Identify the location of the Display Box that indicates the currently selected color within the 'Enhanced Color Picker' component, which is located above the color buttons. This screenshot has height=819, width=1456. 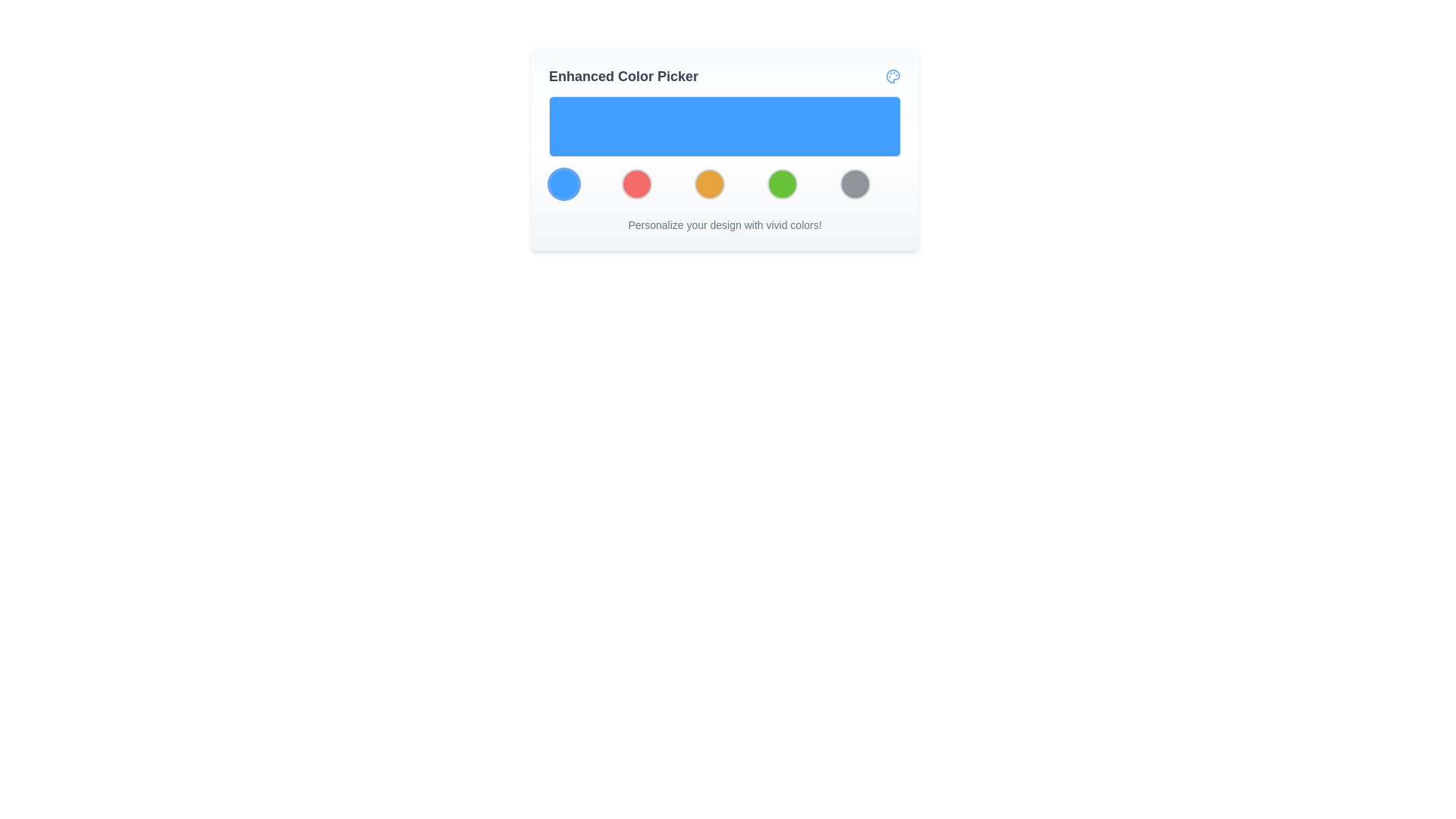
(723, 148).